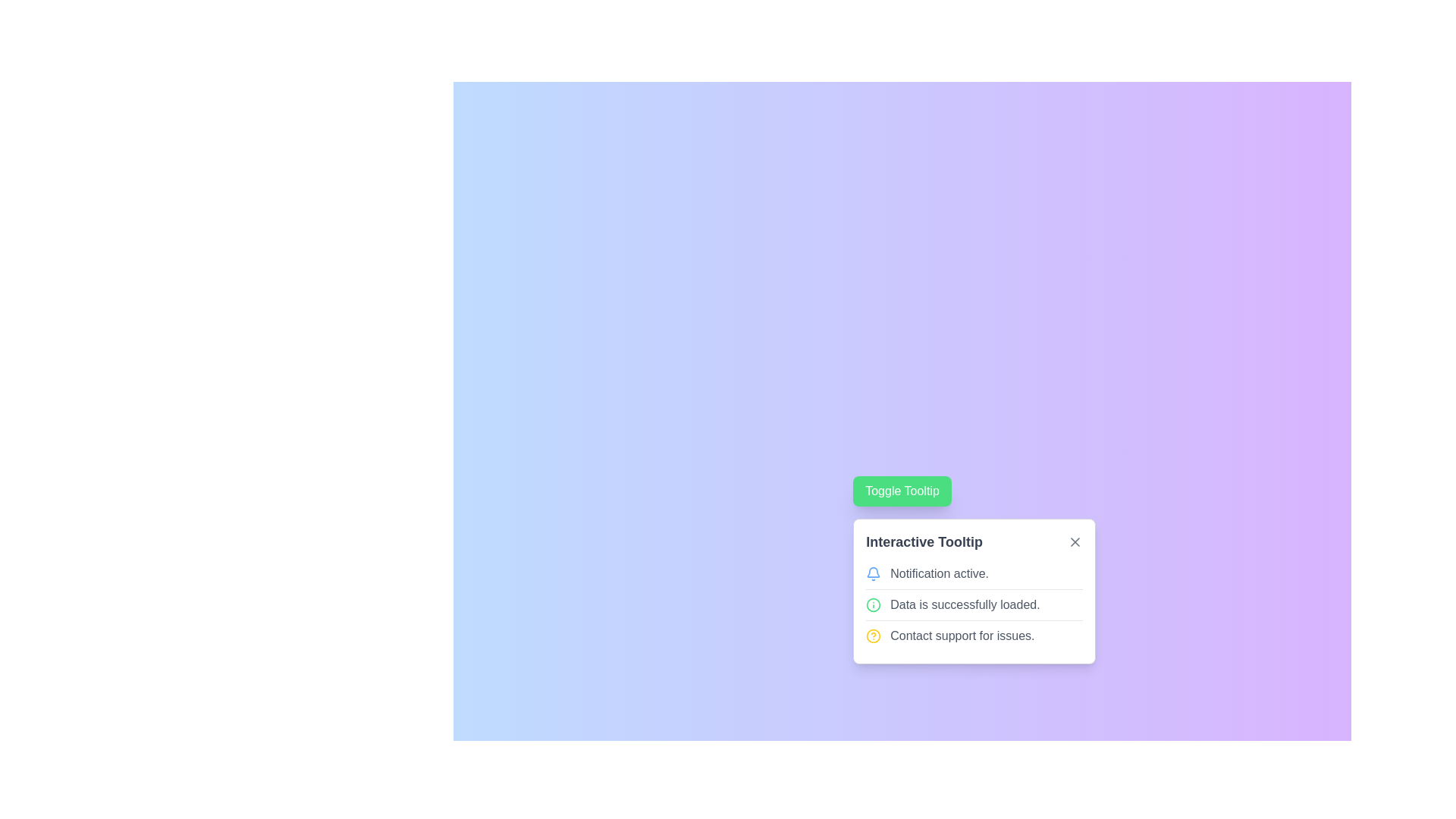 This screenshot has width=1456, height=819. What do you see at coordinates (974, 590) in the screenshot?
I see `the icons in the Interactive Tooltip that appears below the 'Toggle Tooltip' green button` at bounding box center [974, 590].